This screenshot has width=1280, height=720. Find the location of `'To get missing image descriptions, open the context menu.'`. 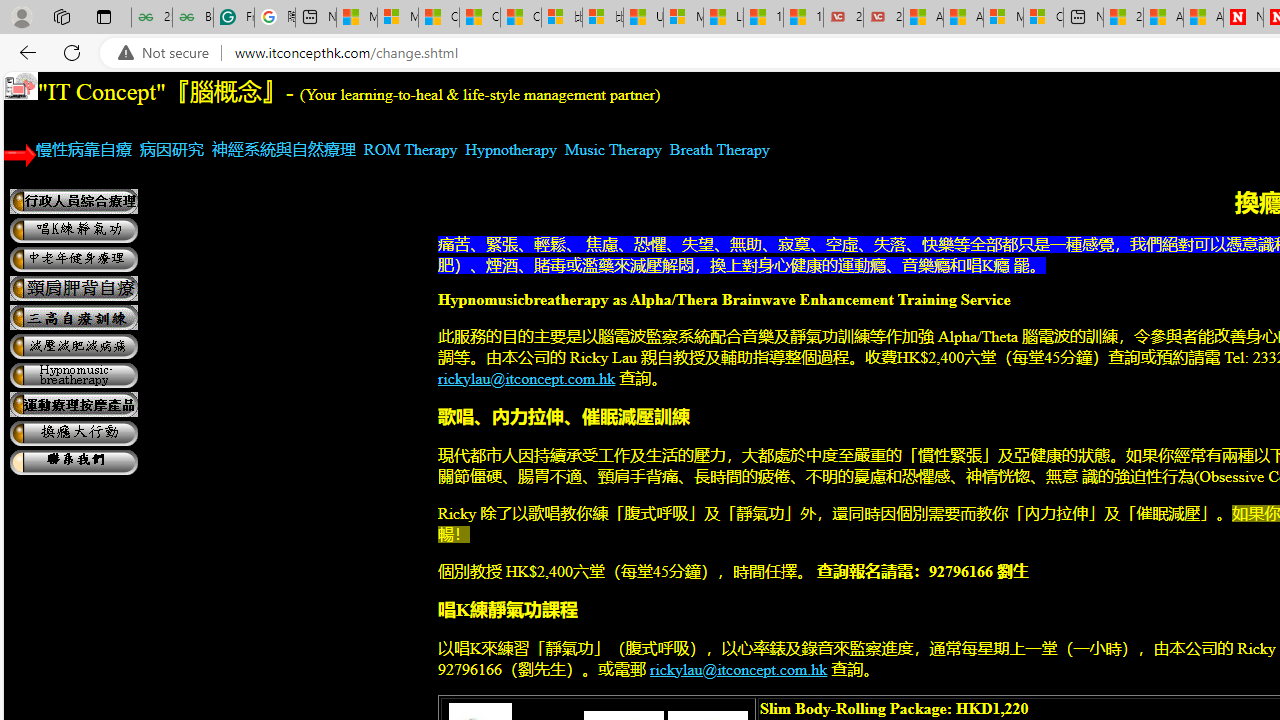

'To get missing image descriptions, open the context menu.' is located at coordinates (21, 85).